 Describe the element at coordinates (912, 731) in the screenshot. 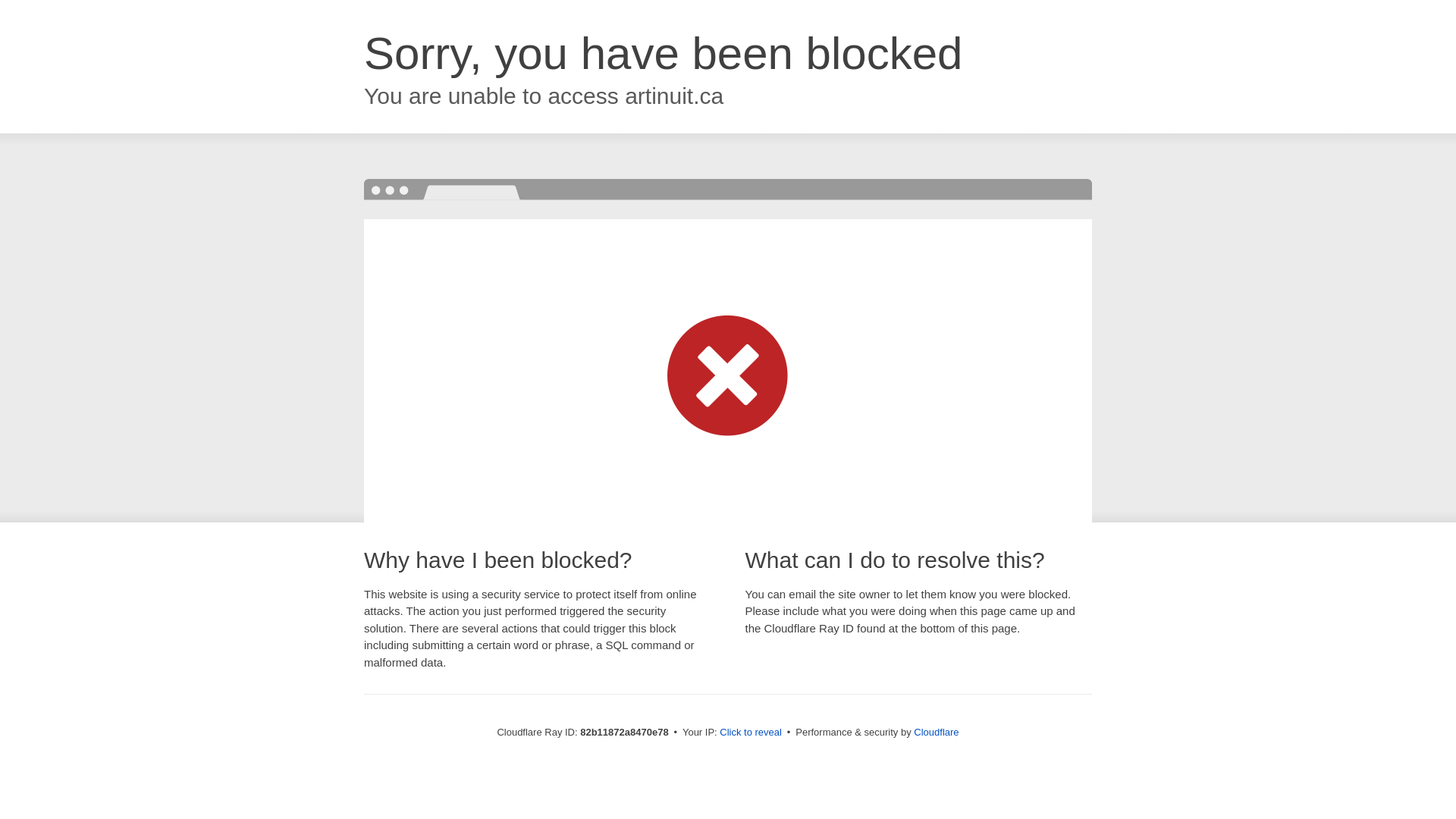

I see `'Cloudflare'` at that location.